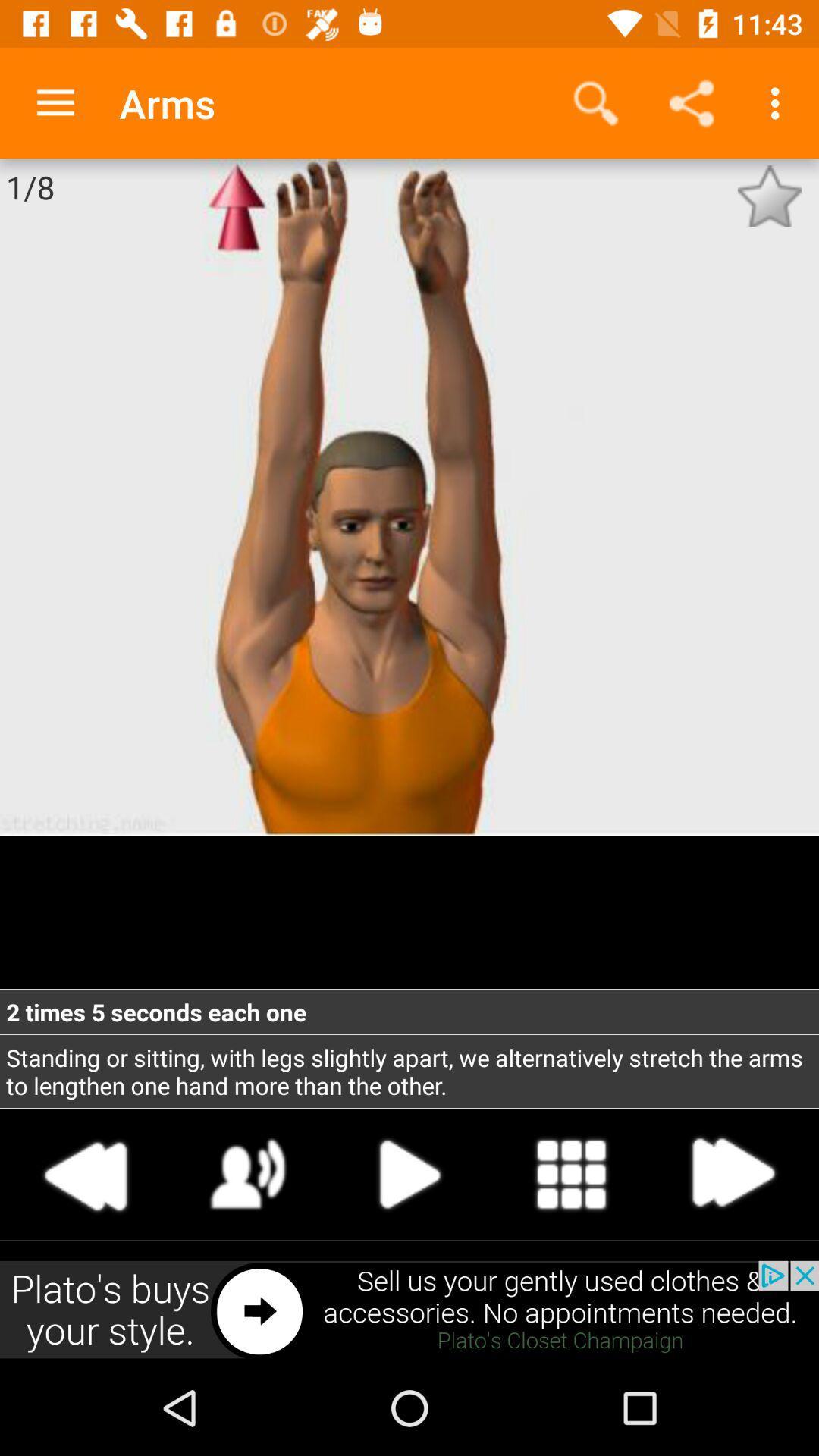 This screenshot has width=819, height=1456. I want to click on turn on voice instruction, so click(247, 1173).